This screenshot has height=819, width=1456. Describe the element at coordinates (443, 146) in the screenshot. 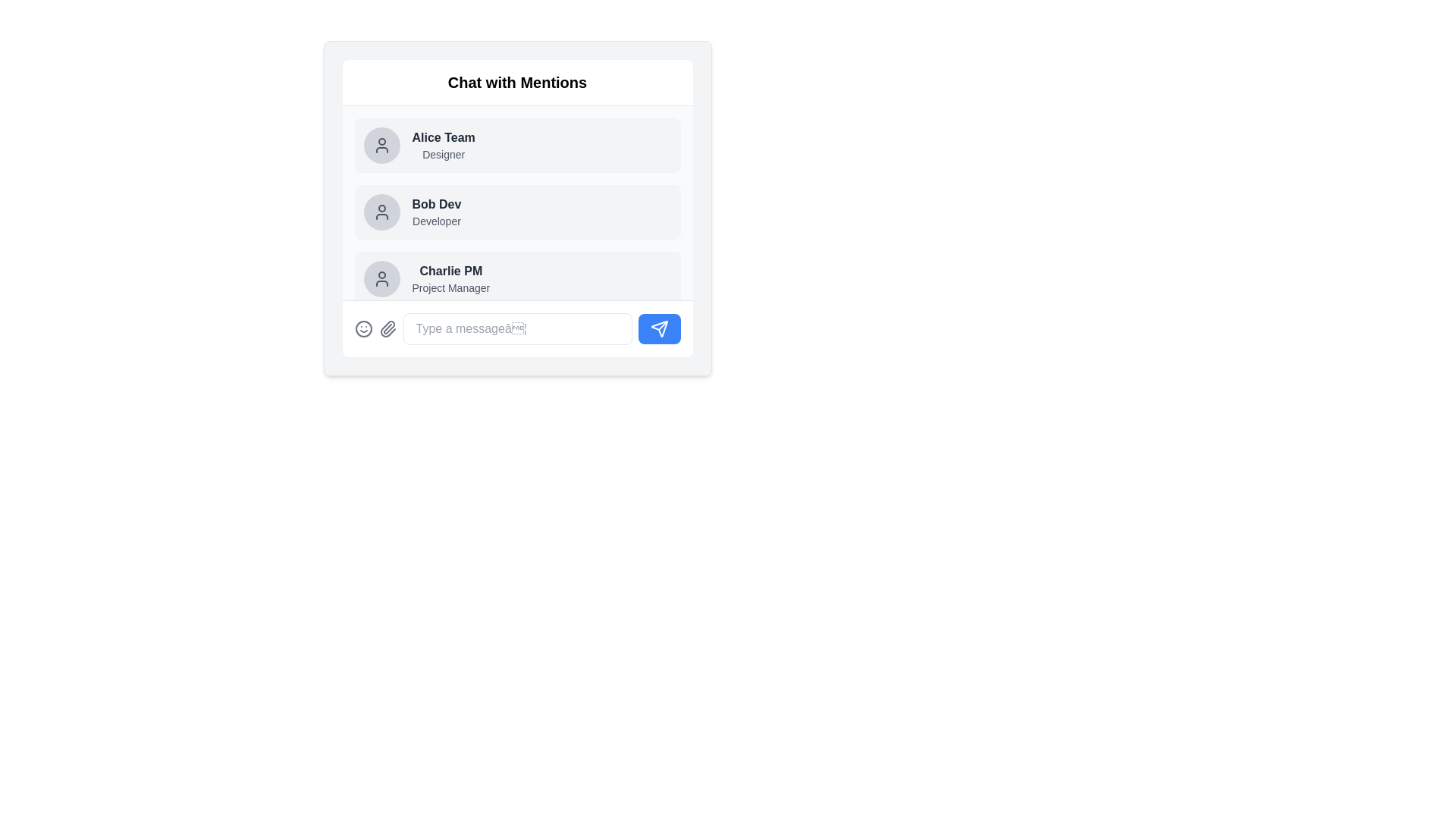

I see `the 'Alice Team' text label which identifies the user as 'Designer' for options` at that location.